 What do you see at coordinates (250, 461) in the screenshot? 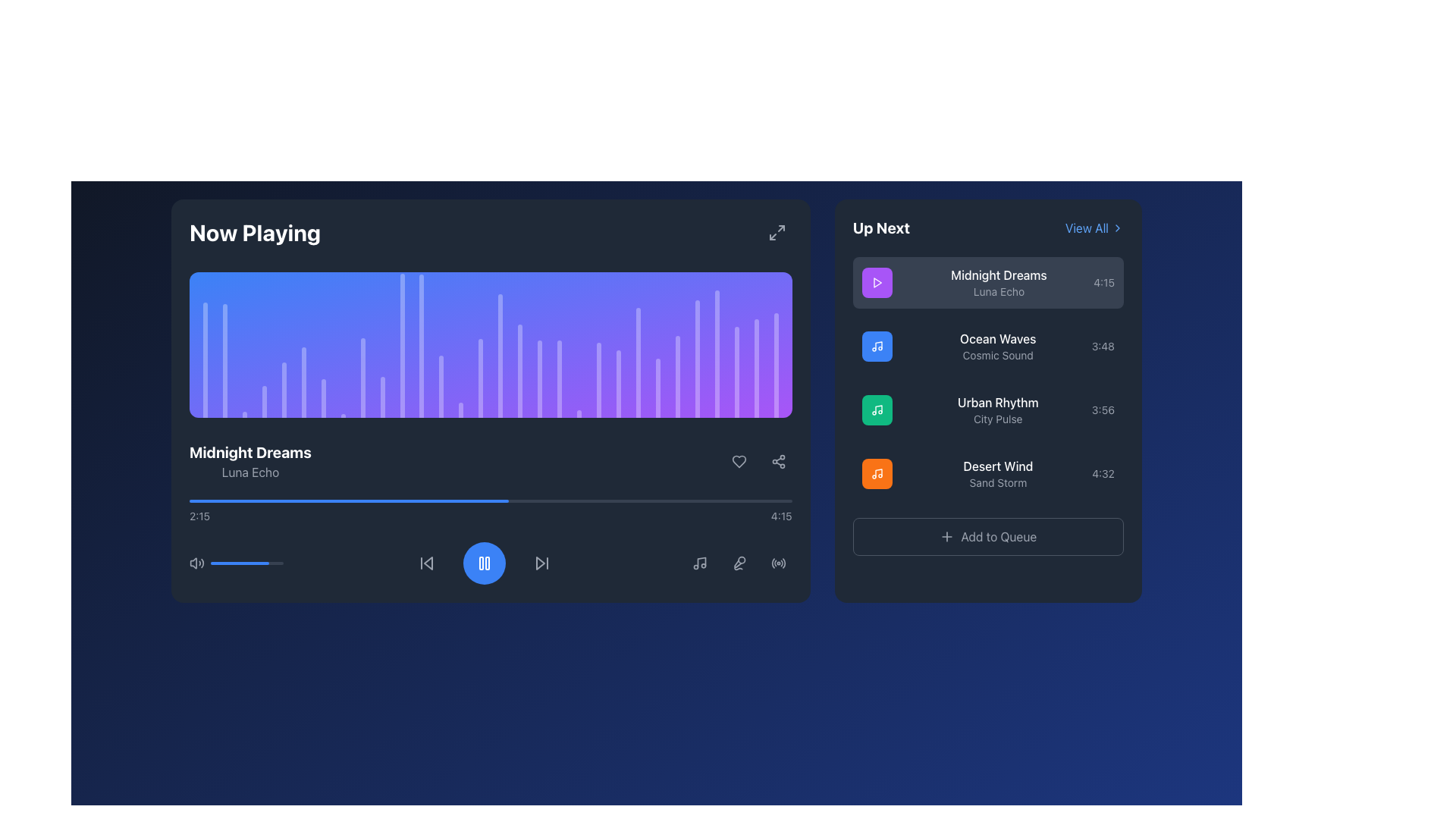
I see `the 'Midnight Dreams' text display located in the 'Now Playing' area, which features large bold white font and is positioned under the purple audio visualization graphic` at bounding box center [250, 461].